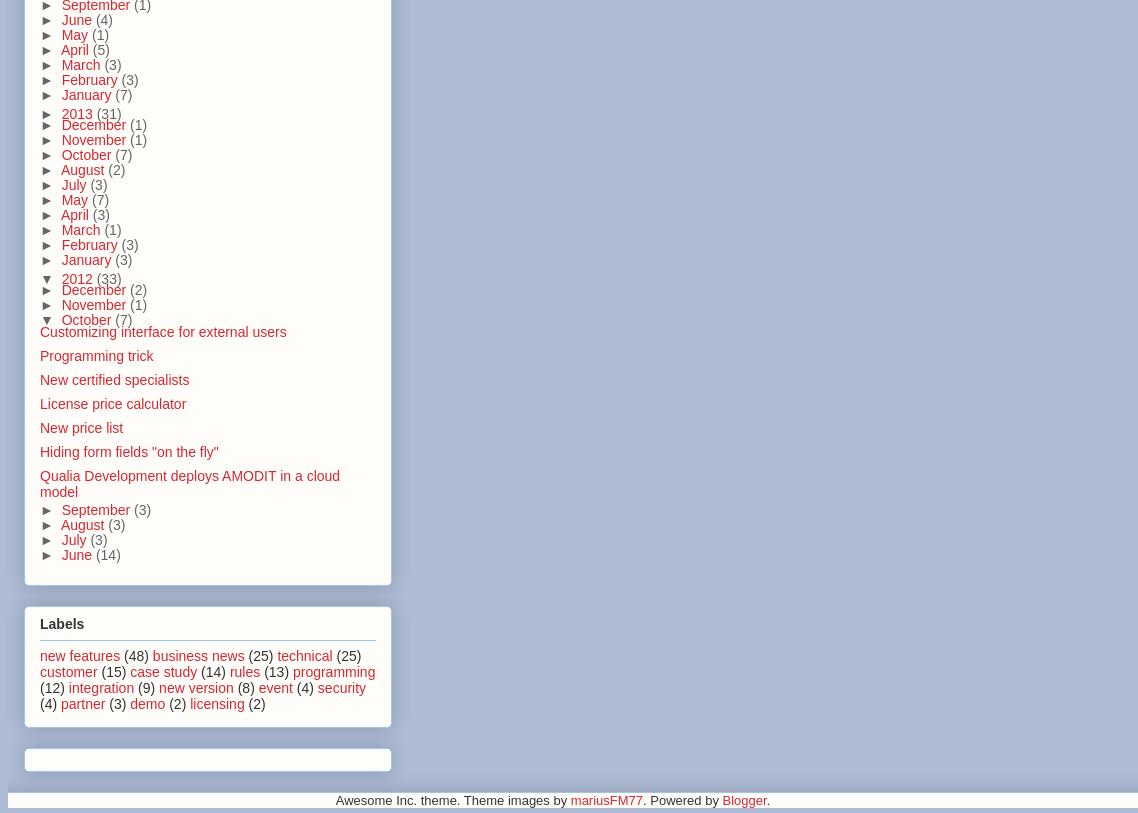 The image size is (1138, 813). What do you see at coordinates (100, 686) in the screenshot?
I see `'integration'` at bounding box center [100, 686].